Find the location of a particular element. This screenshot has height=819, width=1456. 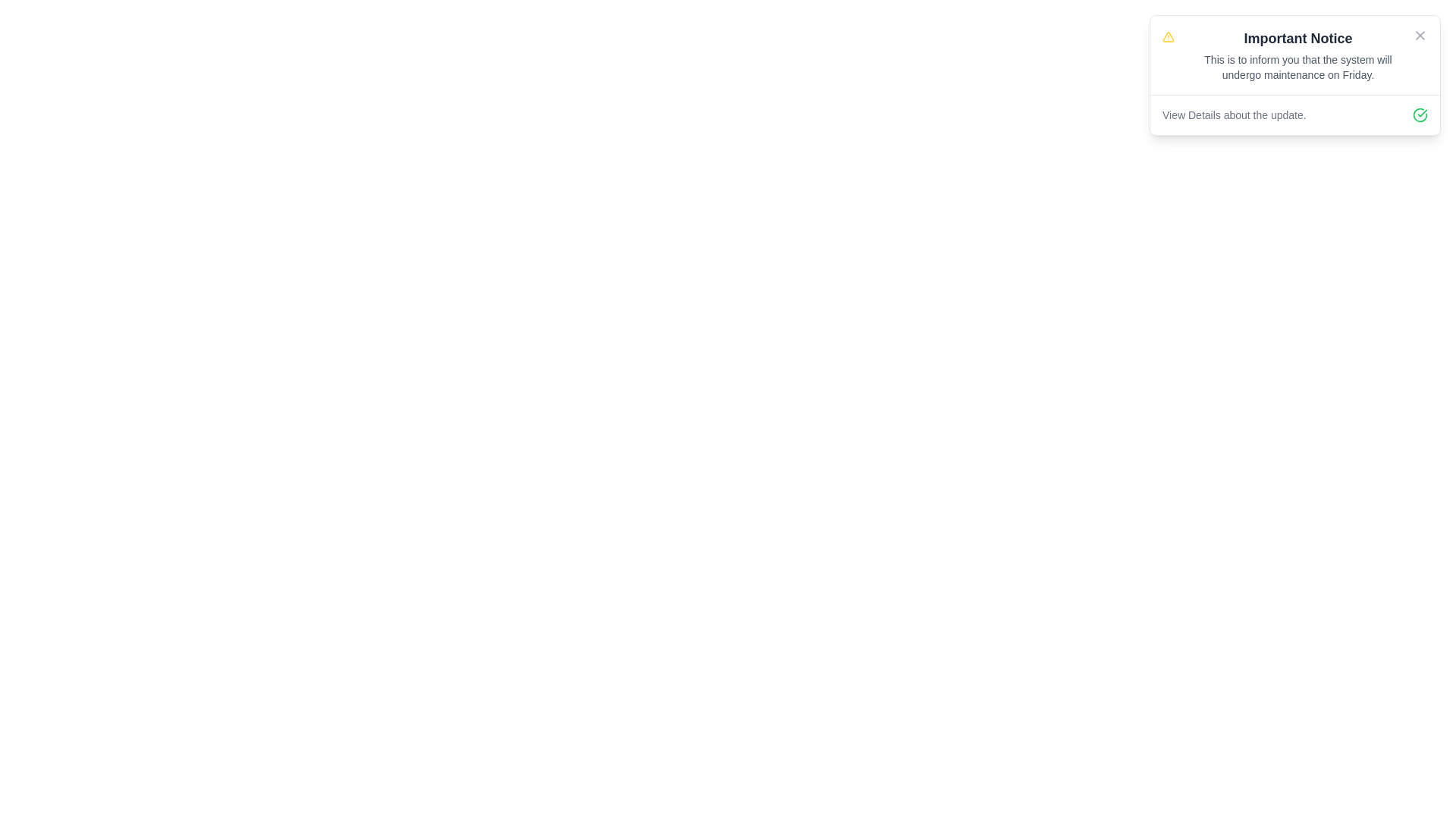

the yellow triangle warning icon located next to the heading 'Important Notice' in the notification box is located at coordinates (1167, 36).